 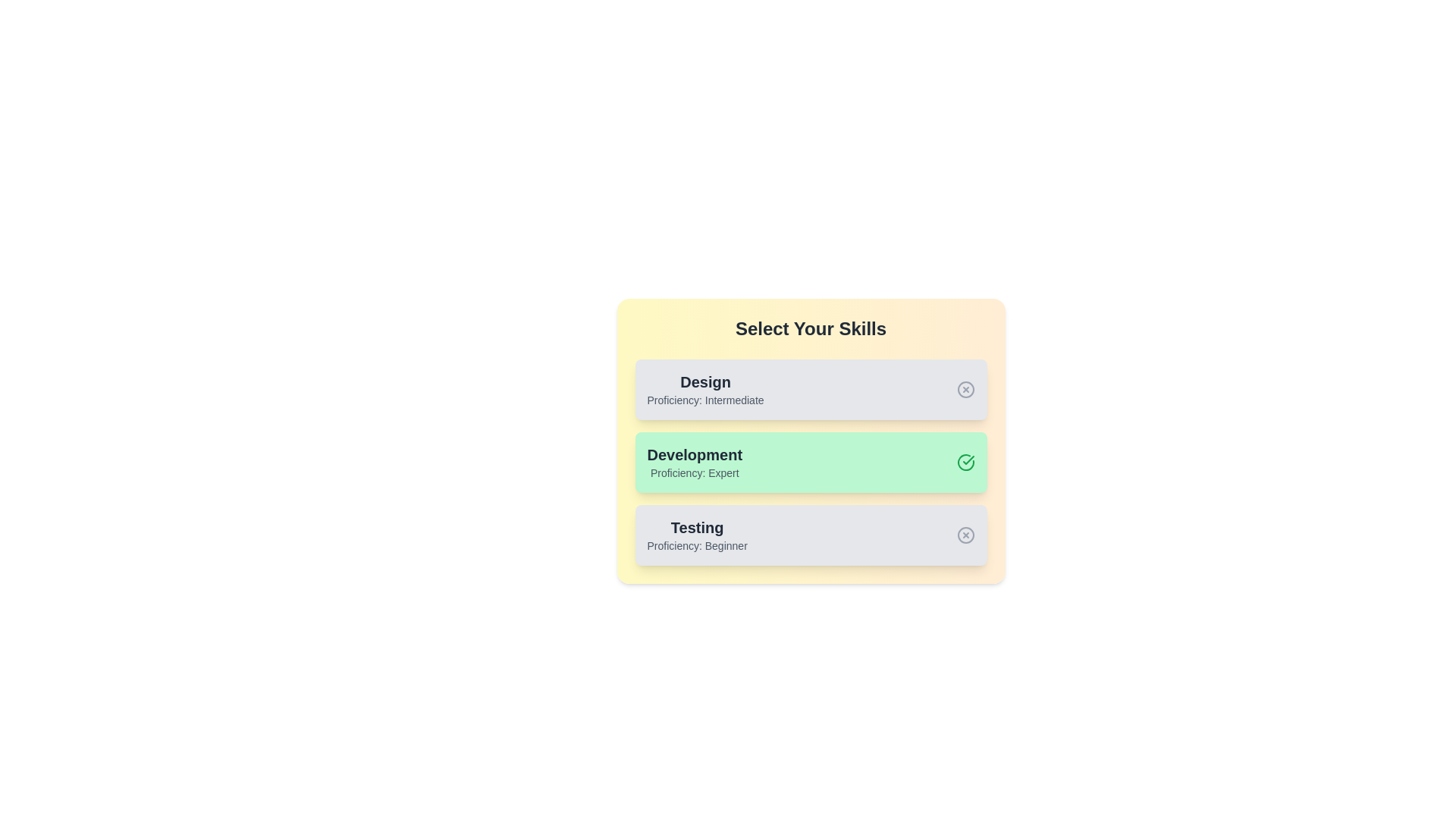 What do you see at coordinates (810, 461) in the screenshot?
I see `the 'Development' skill card to toggle its selection state` at bounding box center [810, 461].